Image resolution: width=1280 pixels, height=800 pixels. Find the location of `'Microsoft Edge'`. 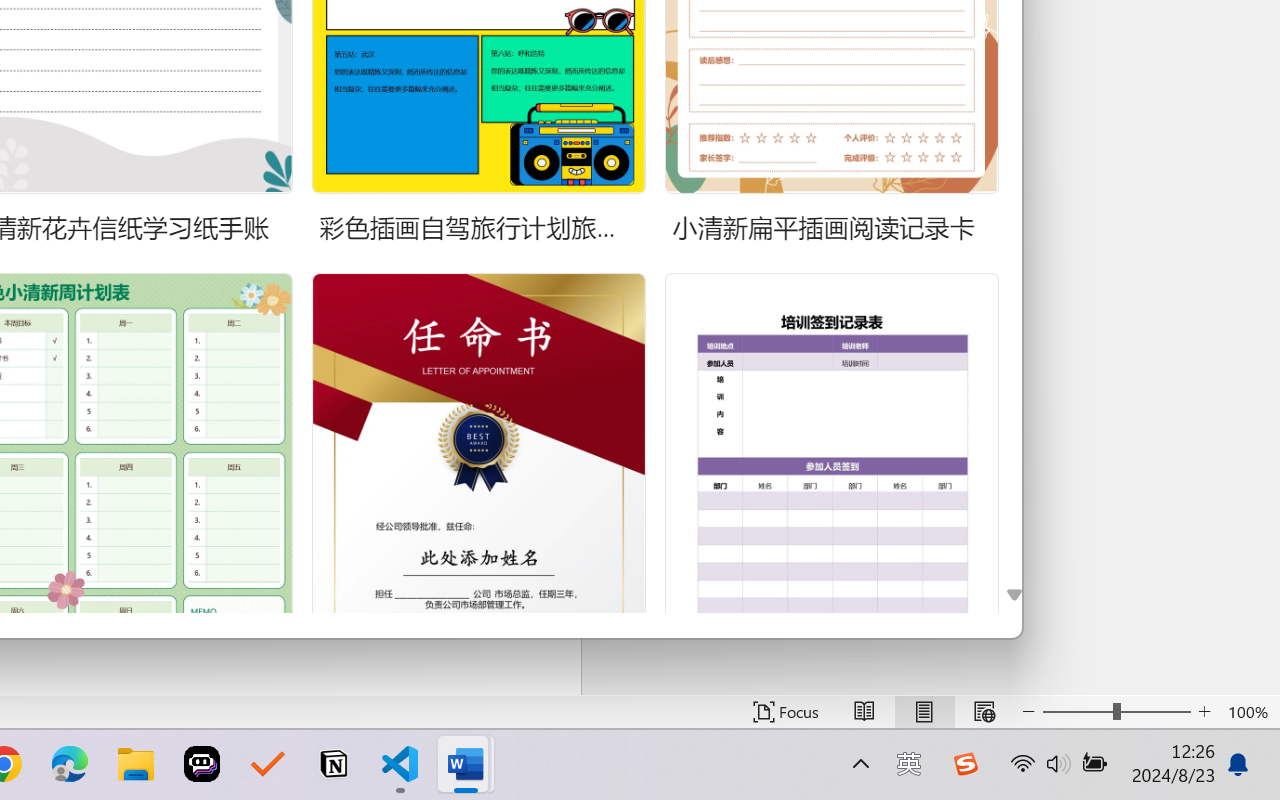

'Microsoft Edge' is located at coordinates (69, 764).